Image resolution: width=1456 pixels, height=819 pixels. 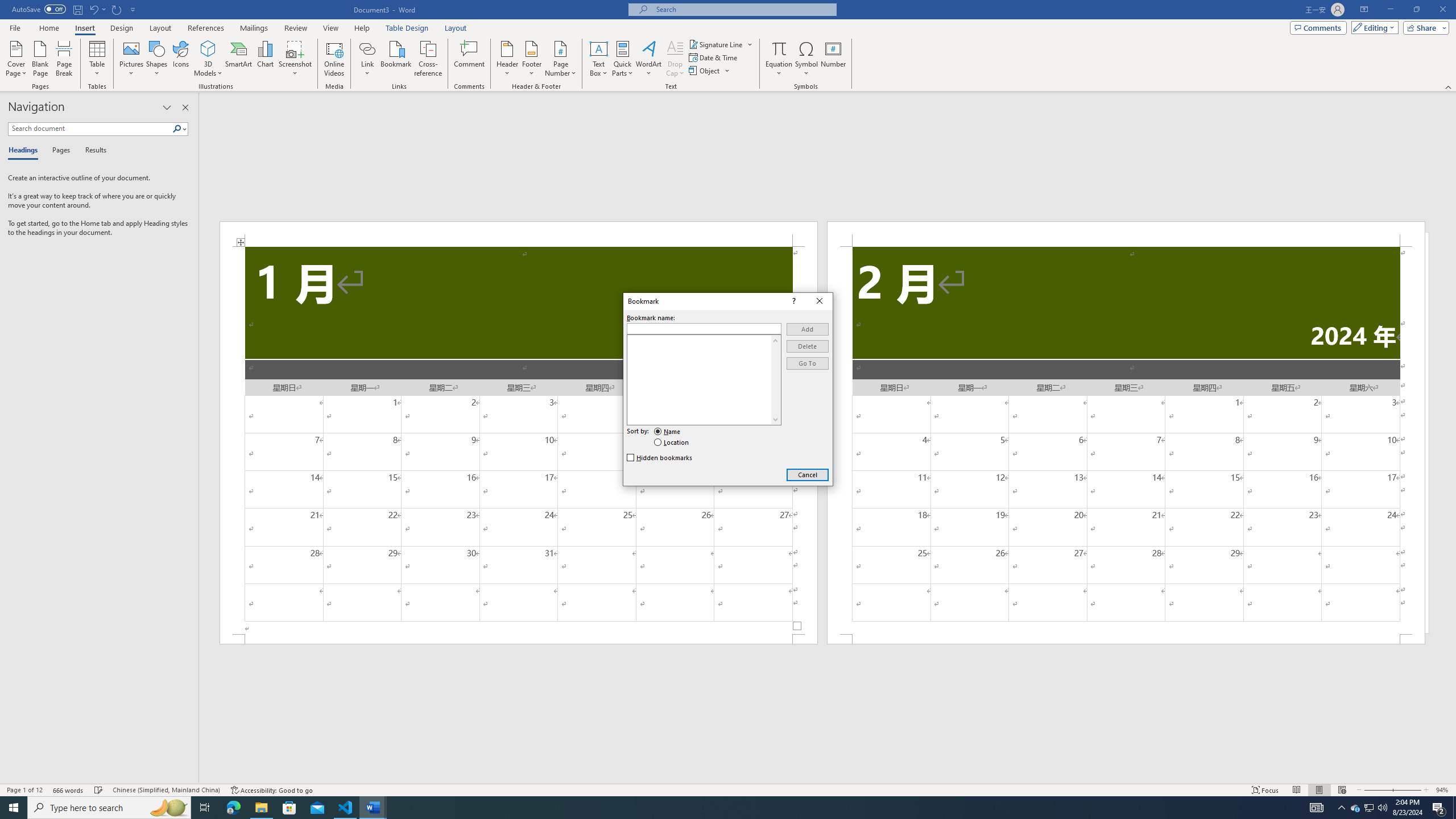 I want to click on 'Results', so click(x=91, y=150).